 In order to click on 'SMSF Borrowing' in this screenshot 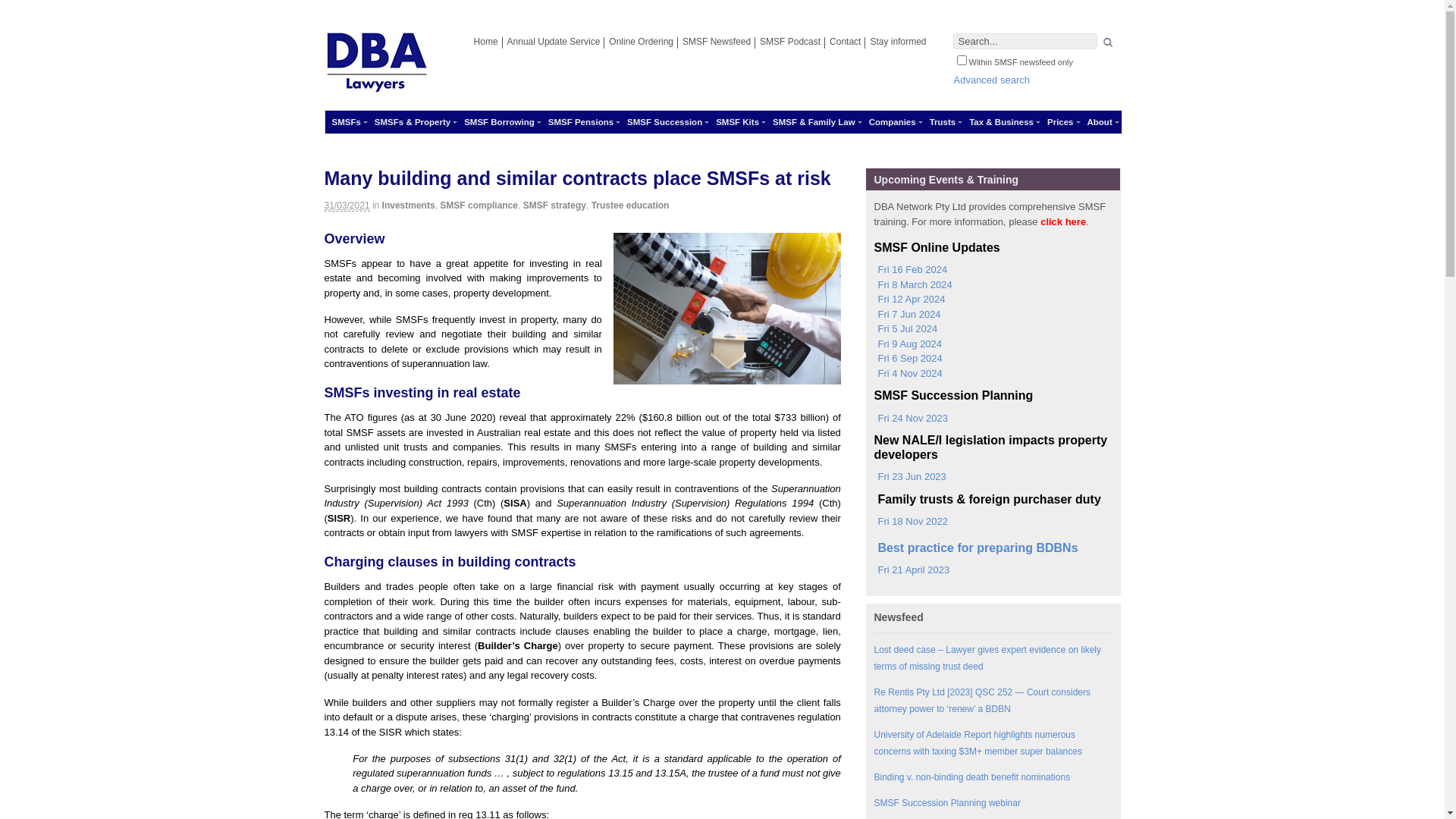, I will do `click(499, 121)`.